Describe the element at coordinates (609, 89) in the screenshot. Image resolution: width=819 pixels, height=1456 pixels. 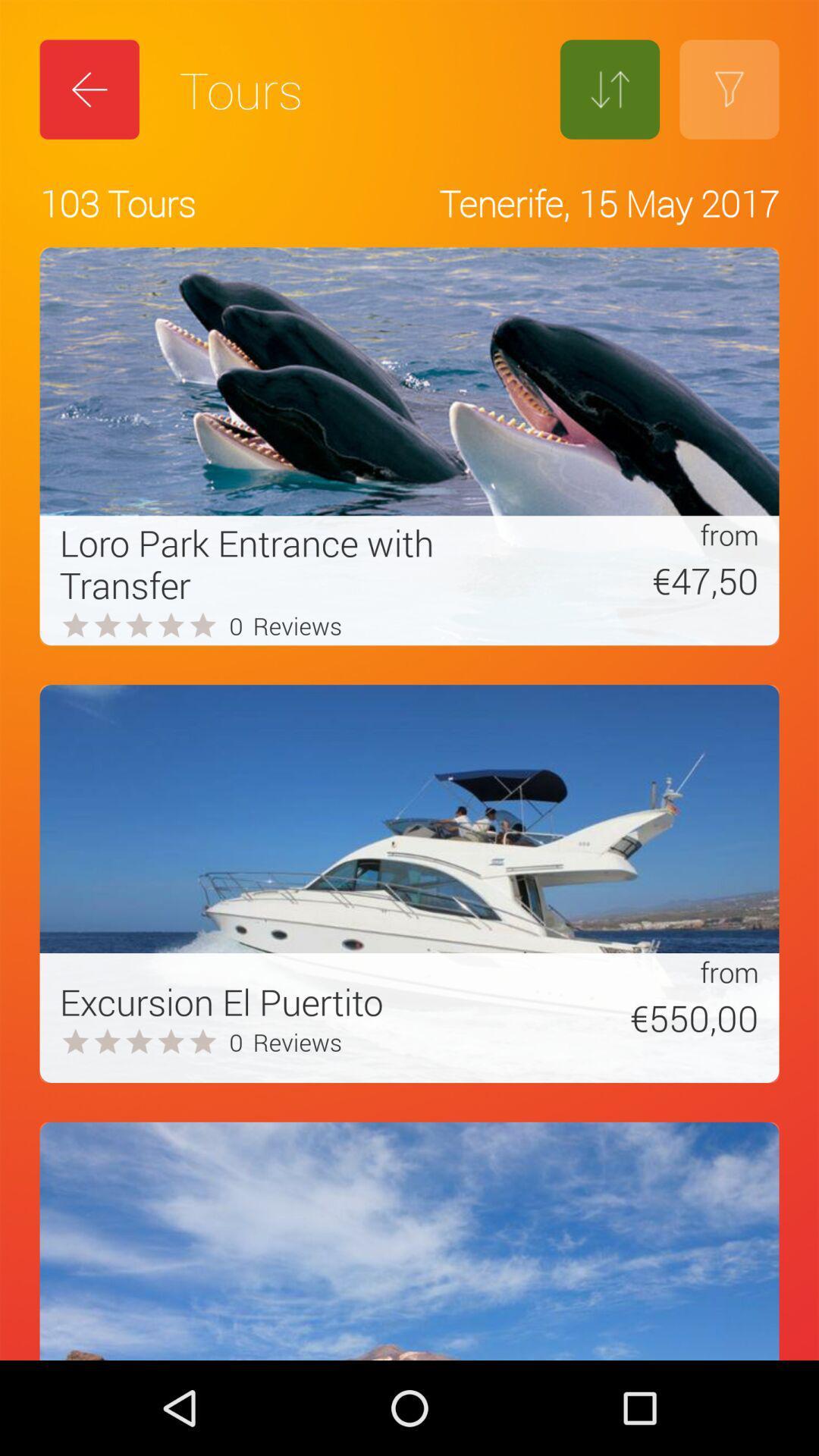
I see `the icon to the right of tours` at that location.